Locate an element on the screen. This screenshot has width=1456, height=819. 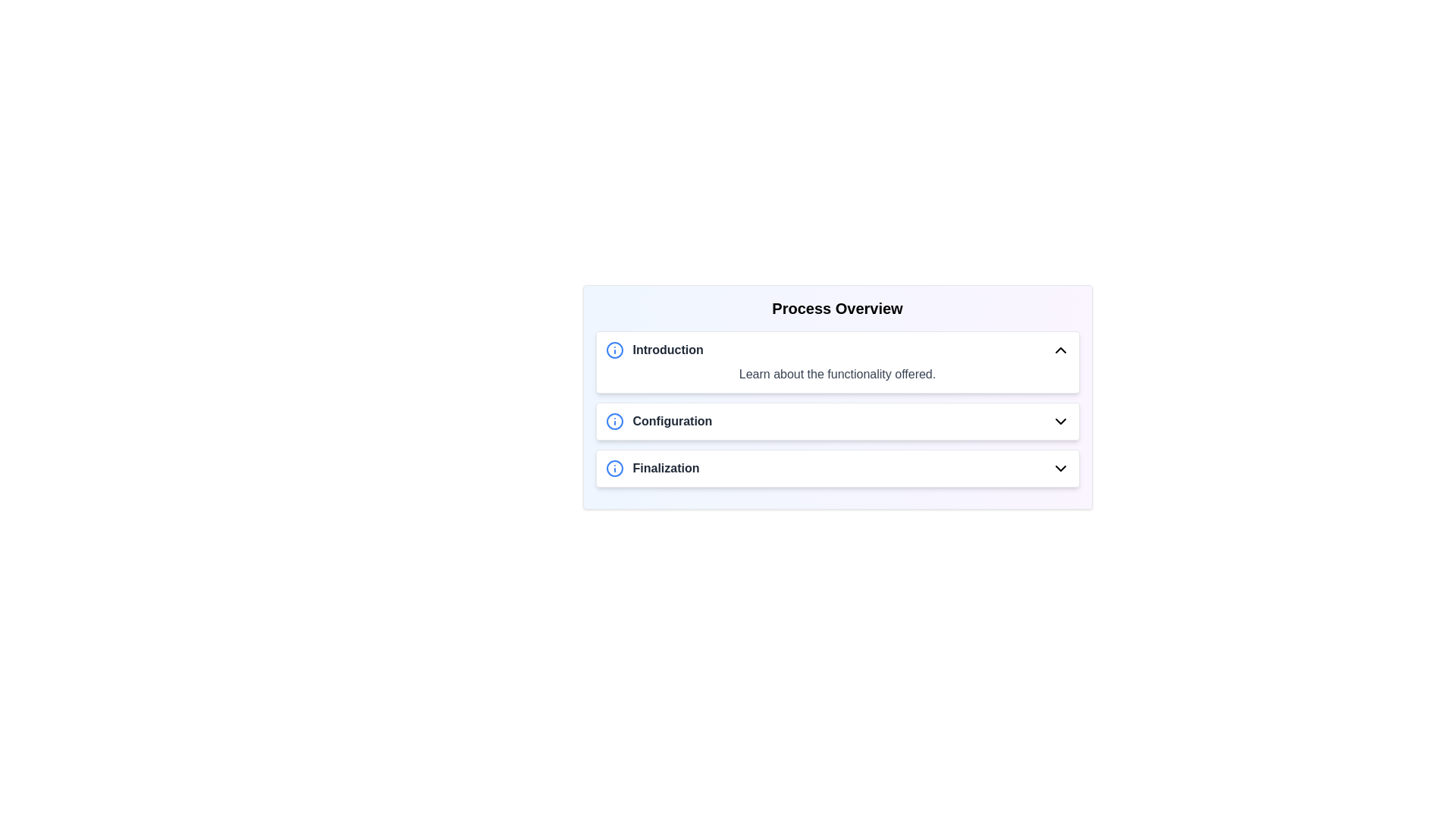
the Circular SVG element that signifies additional details or context, located at the bottom-most item of the stacked list in the interface is located at coordinates (614, 467).